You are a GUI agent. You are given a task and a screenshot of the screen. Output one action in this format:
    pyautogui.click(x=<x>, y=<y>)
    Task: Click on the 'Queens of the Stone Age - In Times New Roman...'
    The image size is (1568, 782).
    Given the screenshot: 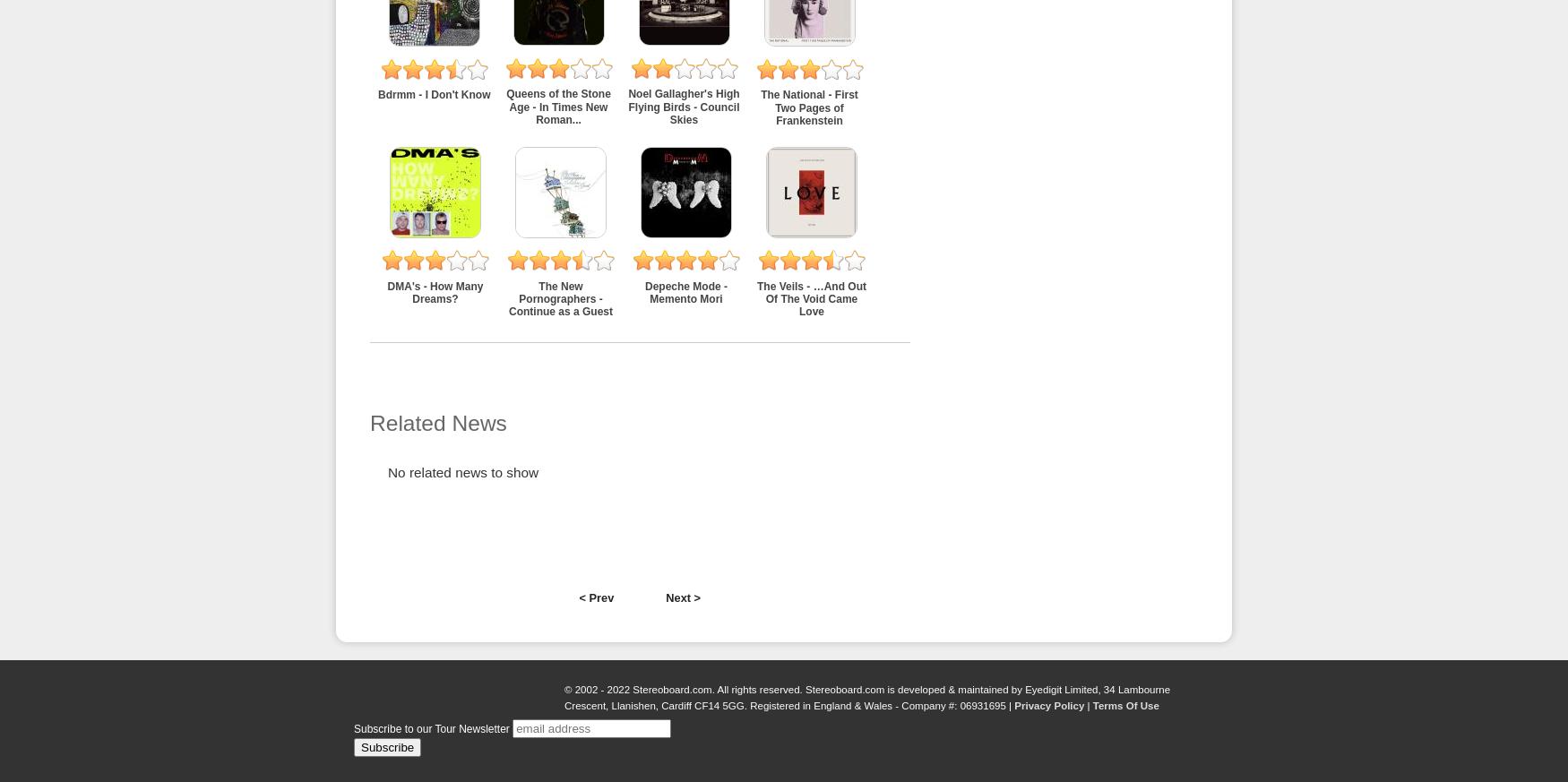 What is the action you would take?
    pyautogui.click(x=506, y=107)
    